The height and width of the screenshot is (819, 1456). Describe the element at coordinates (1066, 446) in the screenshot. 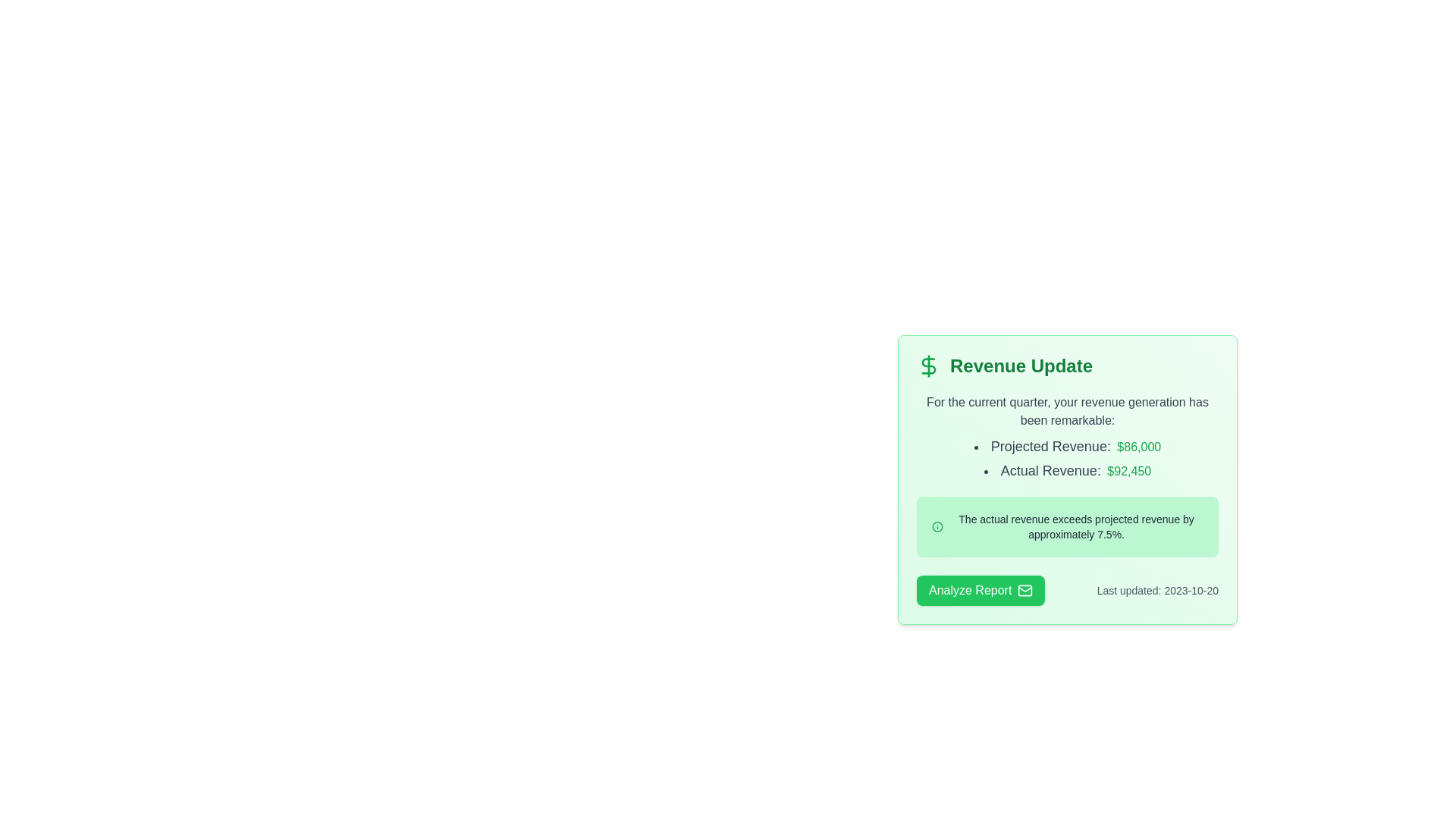

I see `projected revenue figure displayed in the first text label of the bullet-point list under the 'Revenue Update' section` at that location.